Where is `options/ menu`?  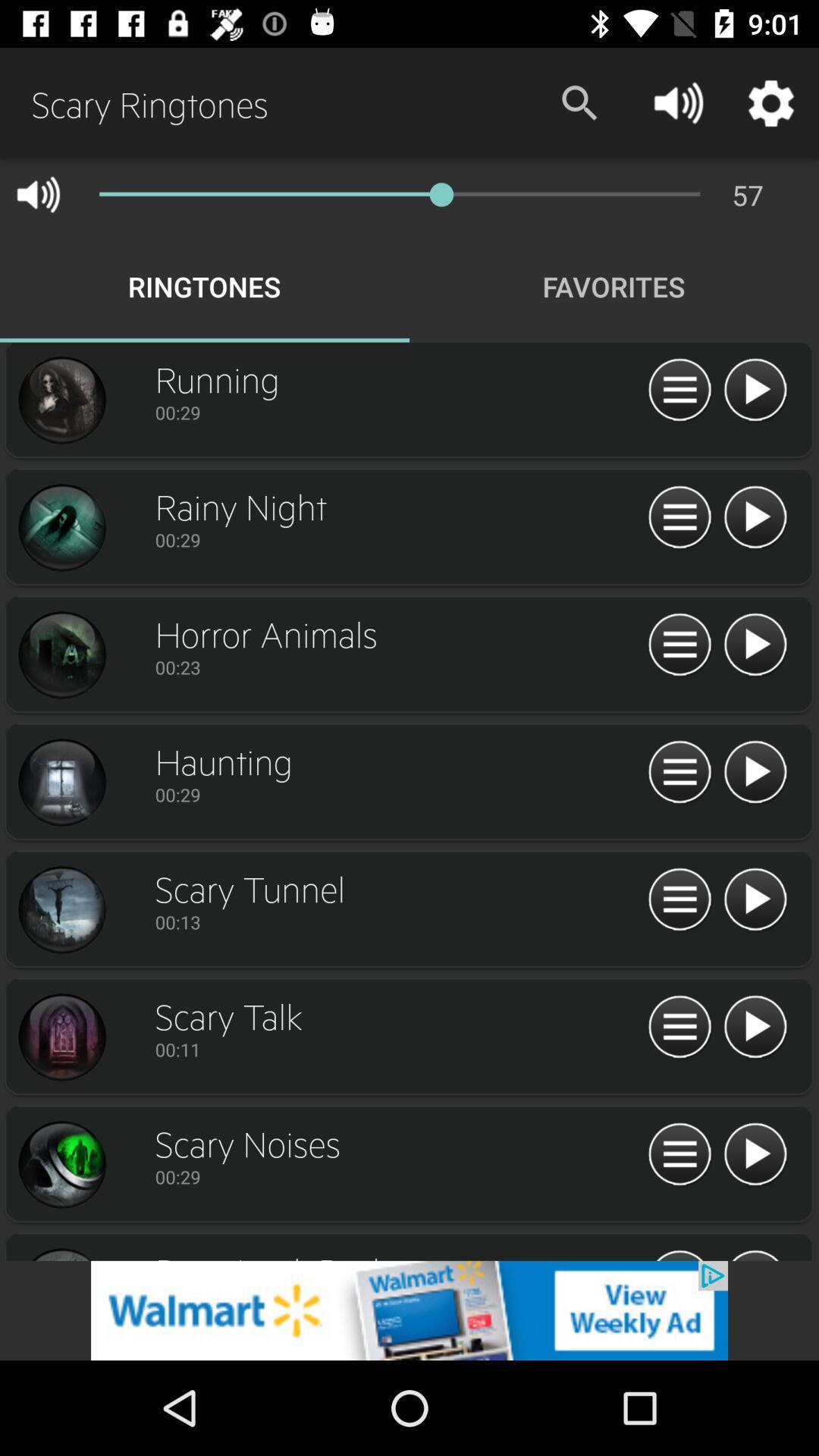 options/ menu is located at coordinates (679, 900).